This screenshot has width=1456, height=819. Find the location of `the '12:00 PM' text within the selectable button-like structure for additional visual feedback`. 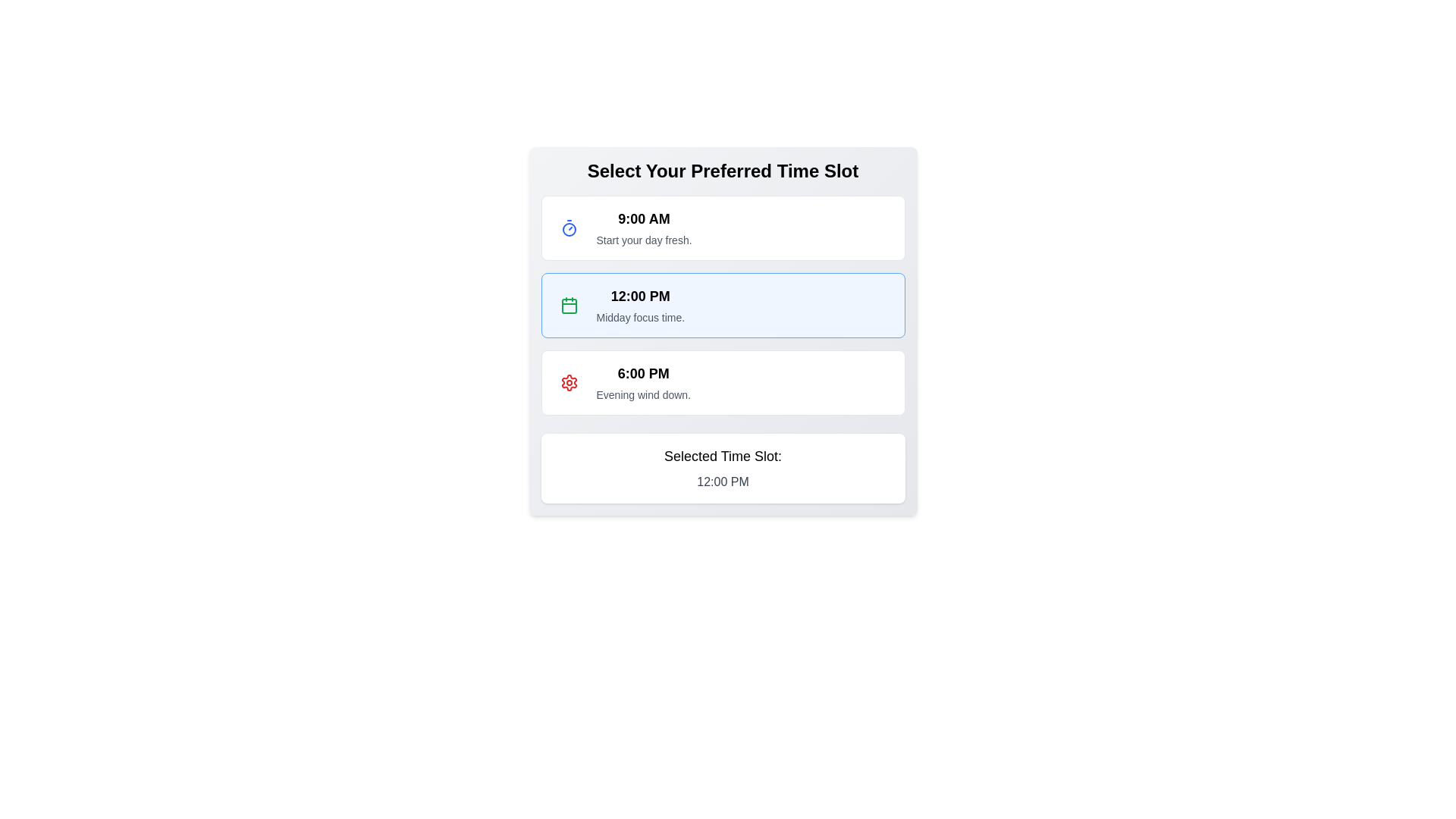

the '12:00 PM' text within the selectable button-like structure for additional visual feedback is located at coordinates (640, 305).